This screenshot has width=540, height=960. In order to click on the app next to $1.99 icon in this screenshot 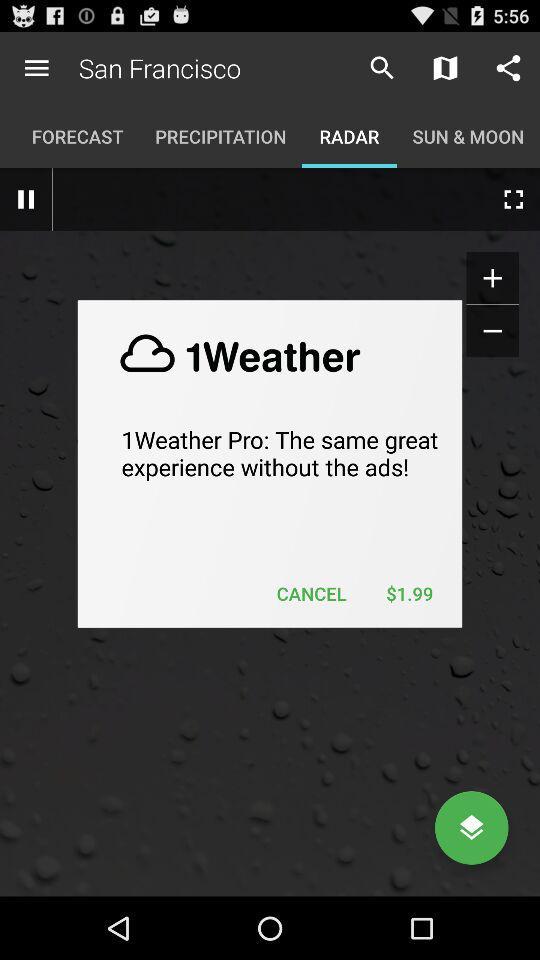, I will do `click(311, 593)`.